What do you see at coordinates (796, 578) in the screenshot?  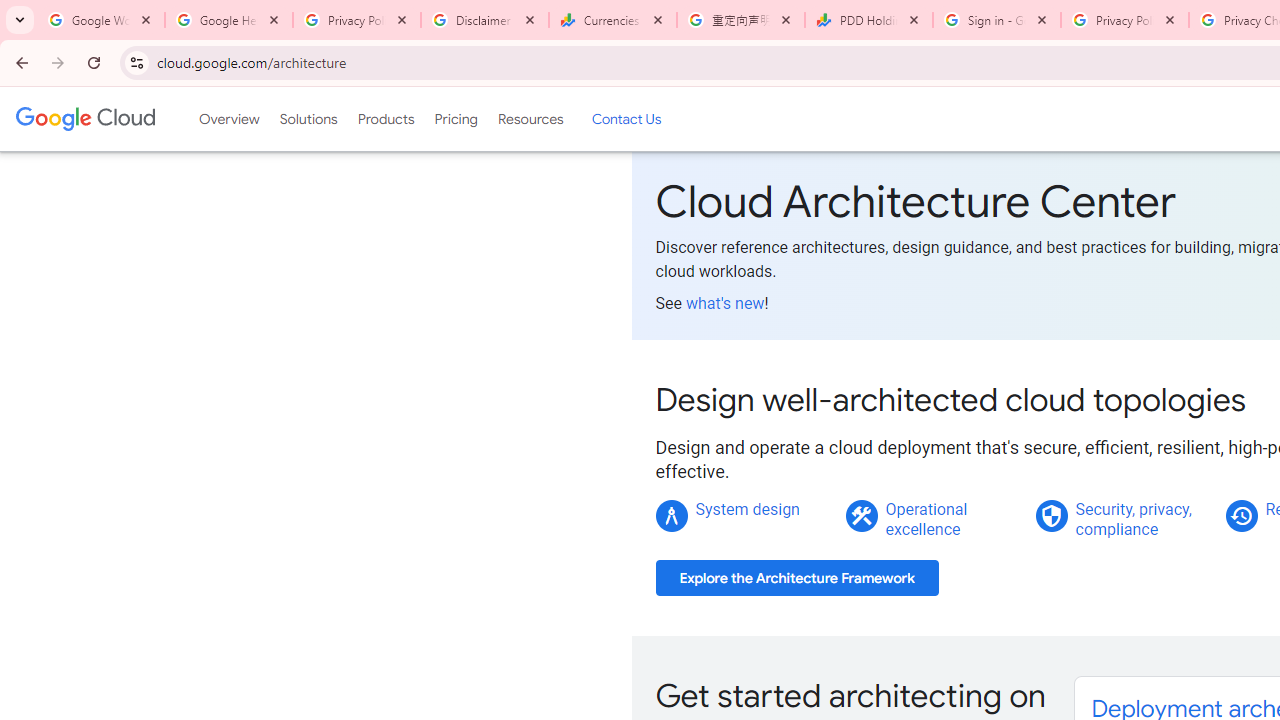 I see `'Explore the Architecture Framework'` at bounding box center [796, 578].